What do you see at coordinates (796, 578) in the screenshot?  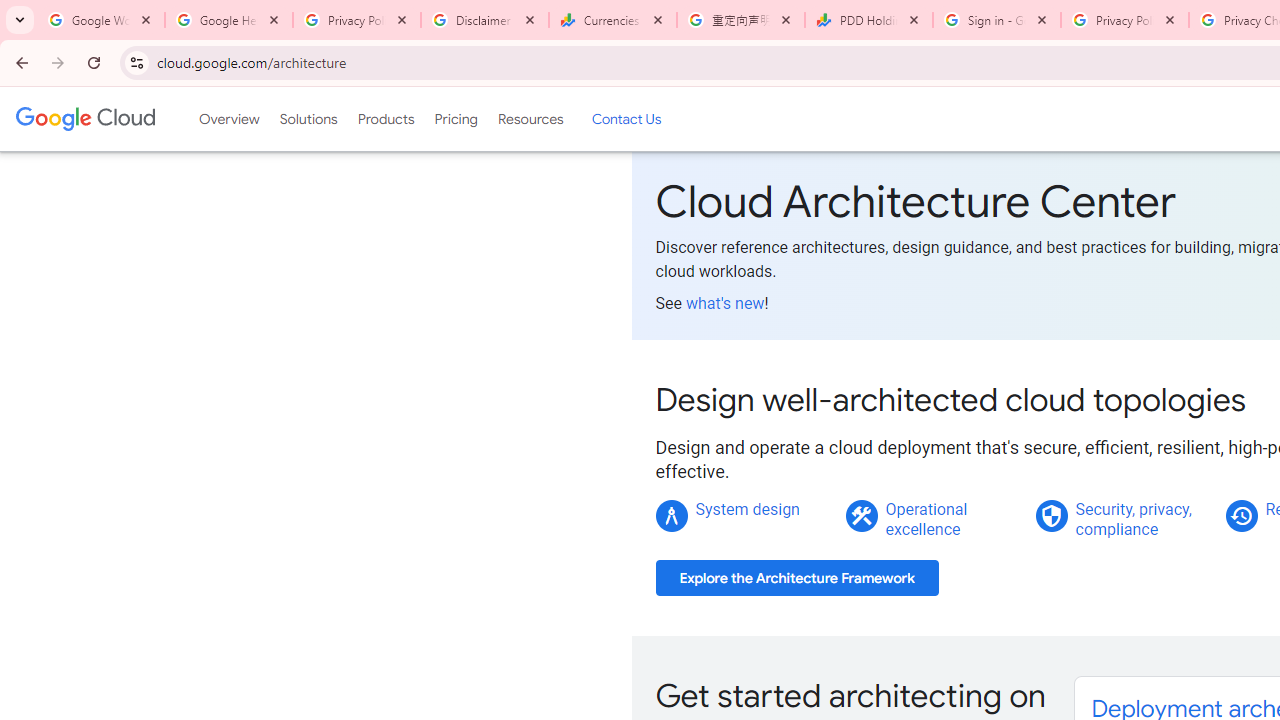 I see `'Explore the Architecture Framework'` at bounding box center [796, 578].